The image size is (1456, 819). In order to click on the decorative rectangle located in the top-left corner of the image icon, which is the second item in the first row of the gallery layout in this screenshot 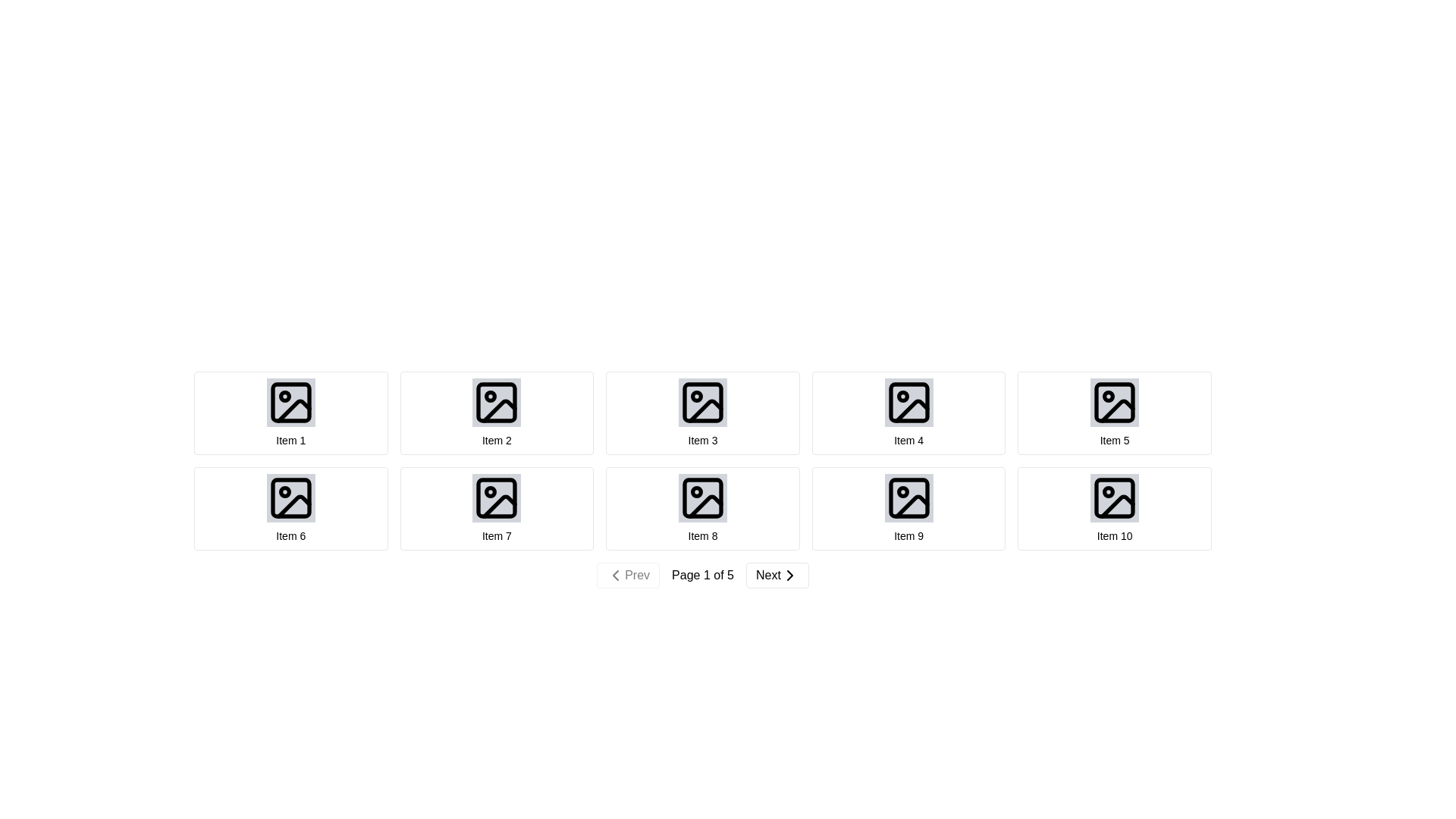, I will do `click(497, 402)`.